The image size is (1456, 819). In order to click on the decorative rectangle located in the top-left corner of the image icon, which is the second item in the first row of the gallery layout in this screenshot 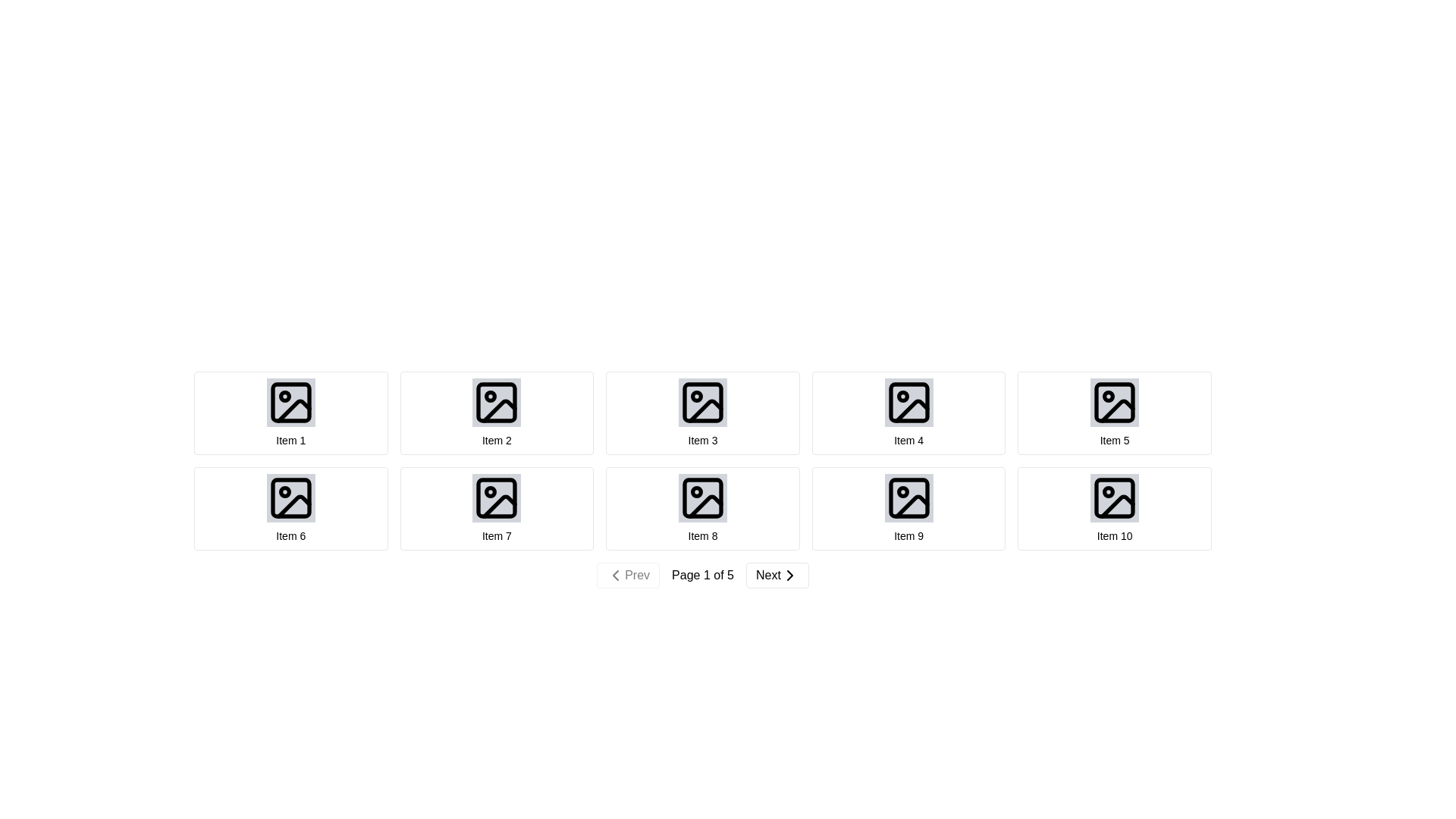, I will do `click(497, 402)`.